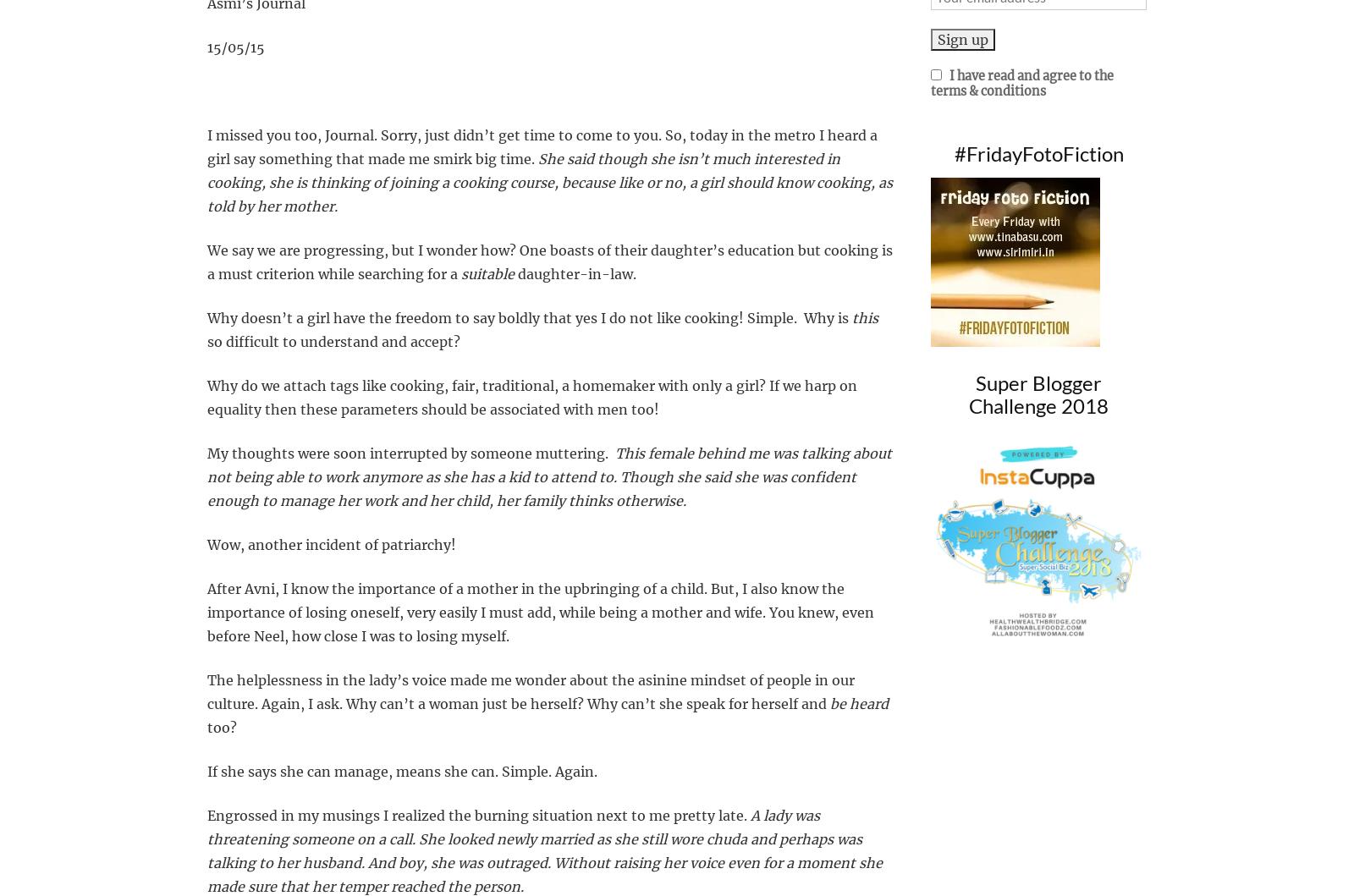 This screenshot has width=1354, height=896. I want to click on 'She said though she isn’t much interested in cooking, she is thinking of joining a cooking course, because like or no, a girl should know cooking, as told by her mother.', so click(549, 183).